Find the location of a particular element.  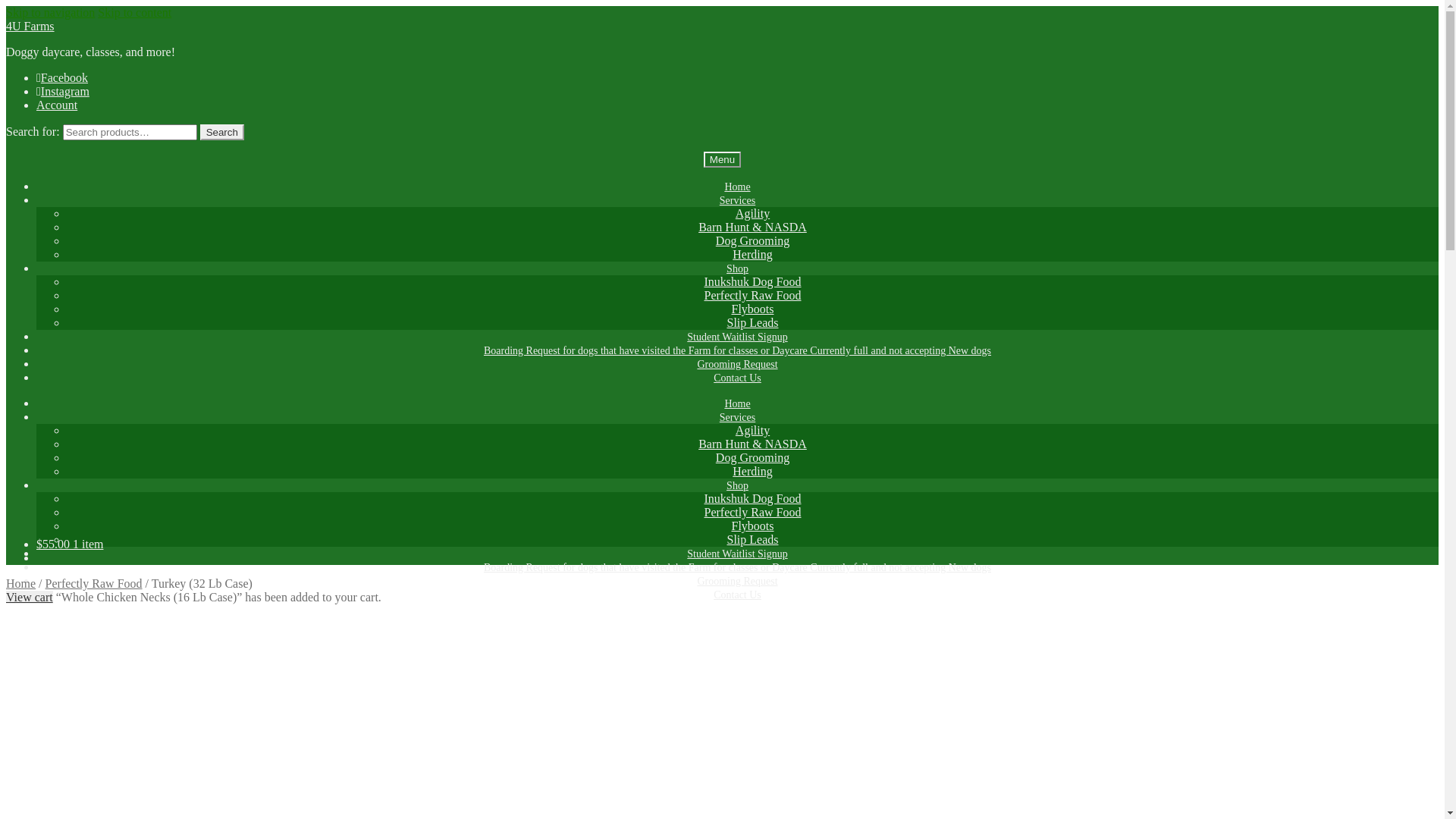

'Inukshuk Dog Food' is located at coordinates (702, 498).